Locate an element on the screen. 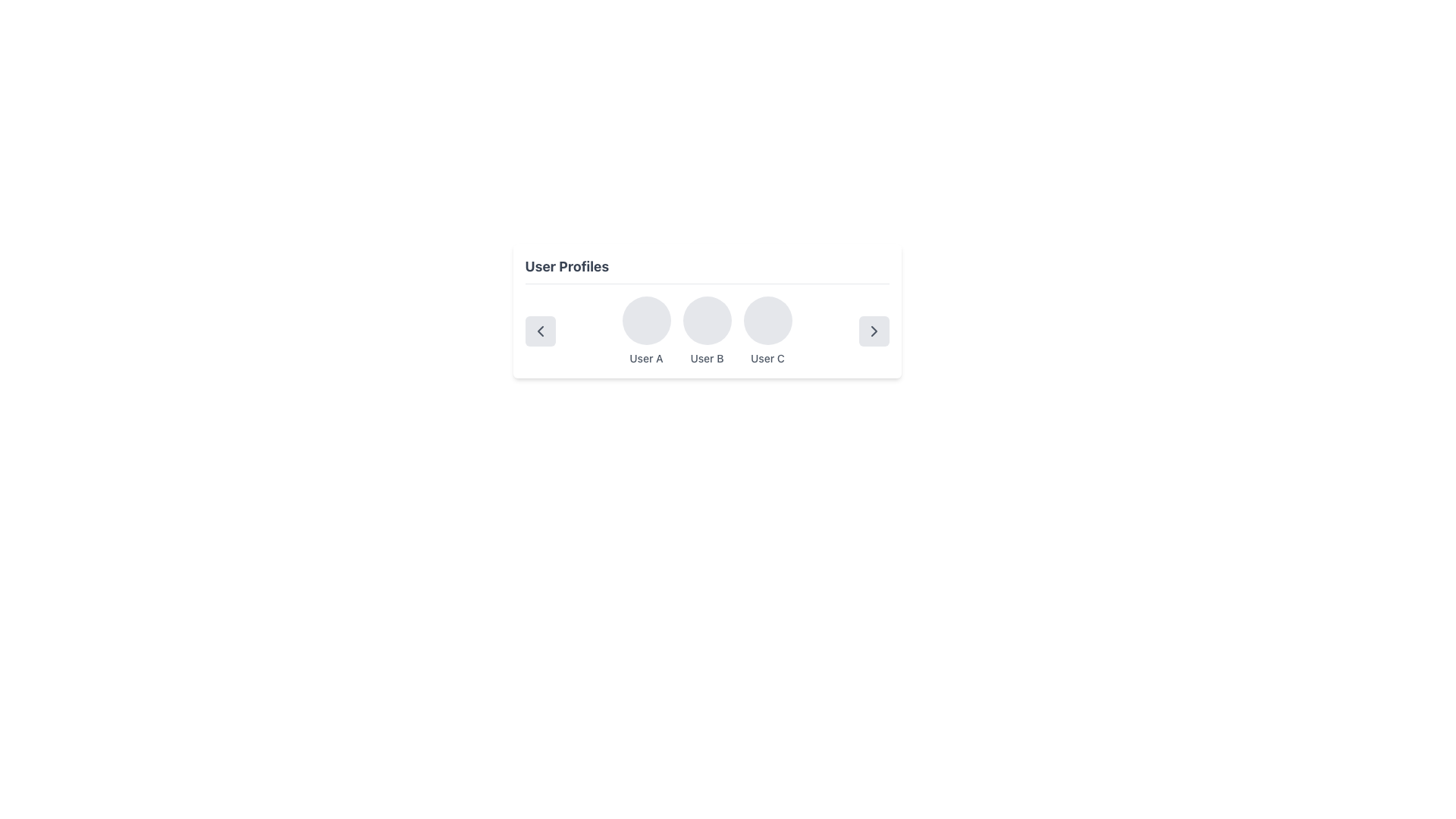 Image resolution: width=1456 pixels, height=819 pixels. the text label that identifies the user associated with the circular profile picture located above it, positioned directly below the first circular profile picture in the user profile group is located at coordinates (646, 359).